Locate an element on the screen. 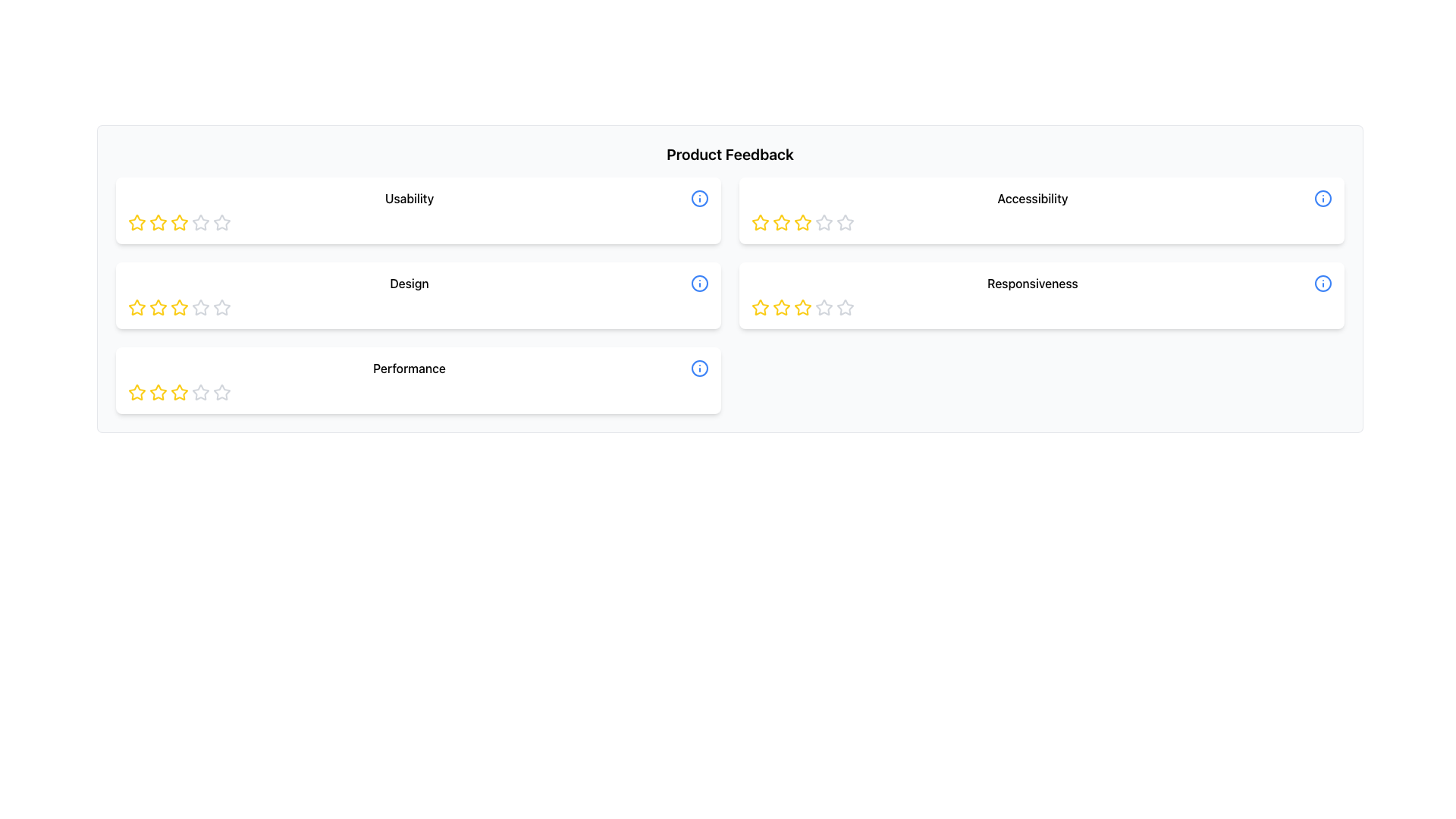 This screenshot has width=1456, height=819. the third star icon used for rating 'Responsiveness' in the feedback panel is located at coordinates (782, 307).